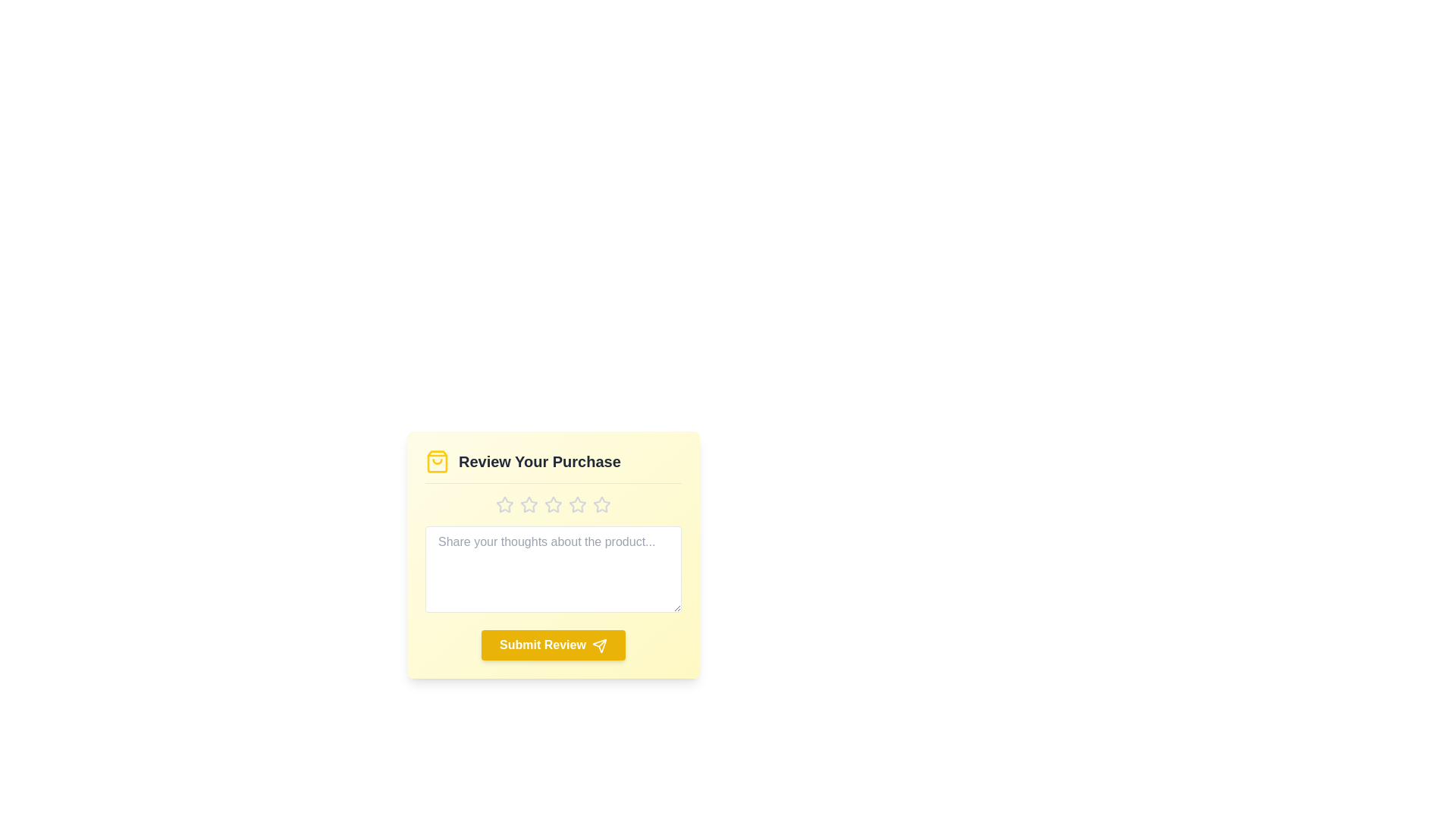 The height and width of the screenshot is (819, 1456). I want to click on the shopping bag icon to draw attention to it, so click(436, 461).